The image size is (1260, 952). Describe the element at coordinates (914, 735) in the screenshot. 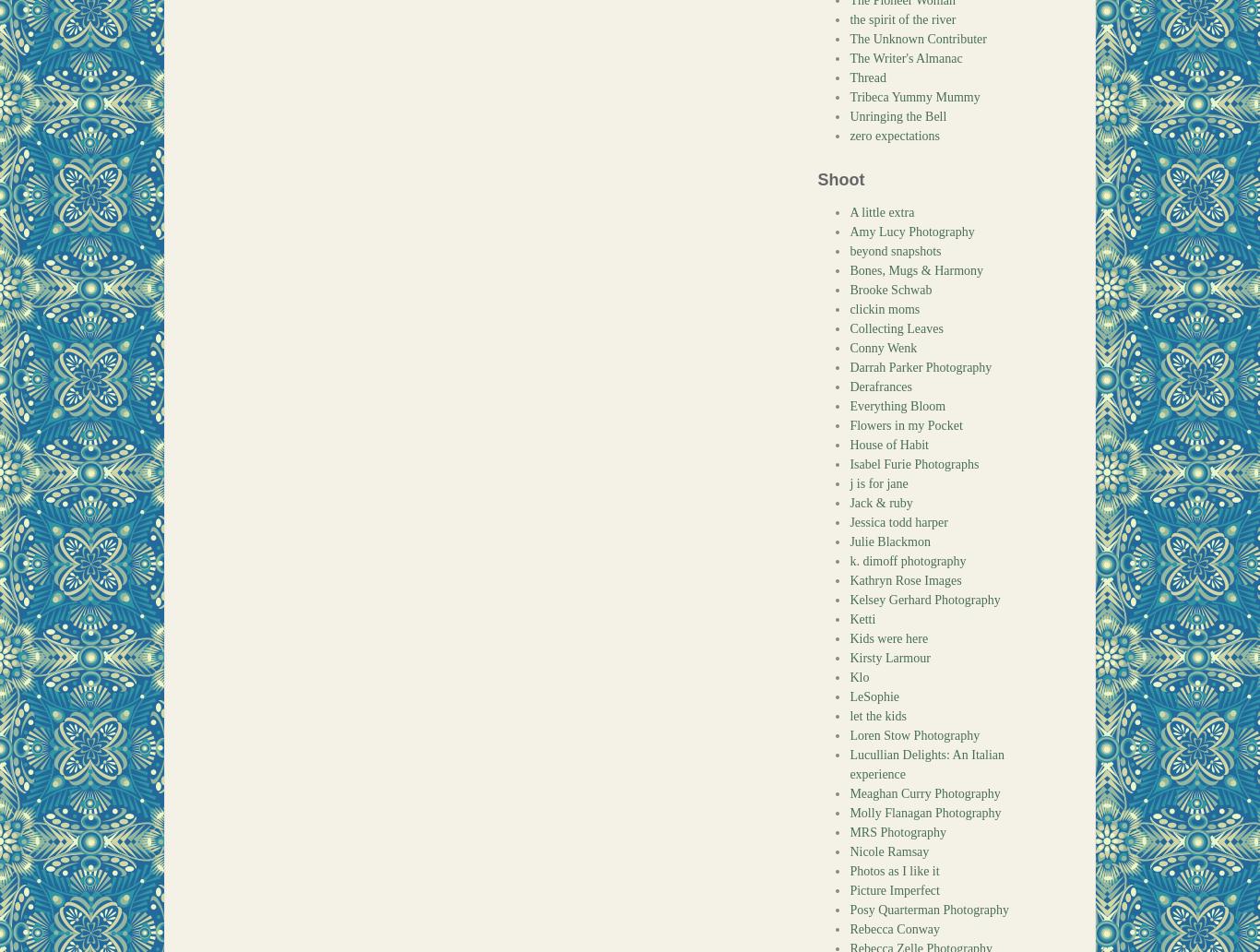

I see `'Loren Stow Photography'` at that location.